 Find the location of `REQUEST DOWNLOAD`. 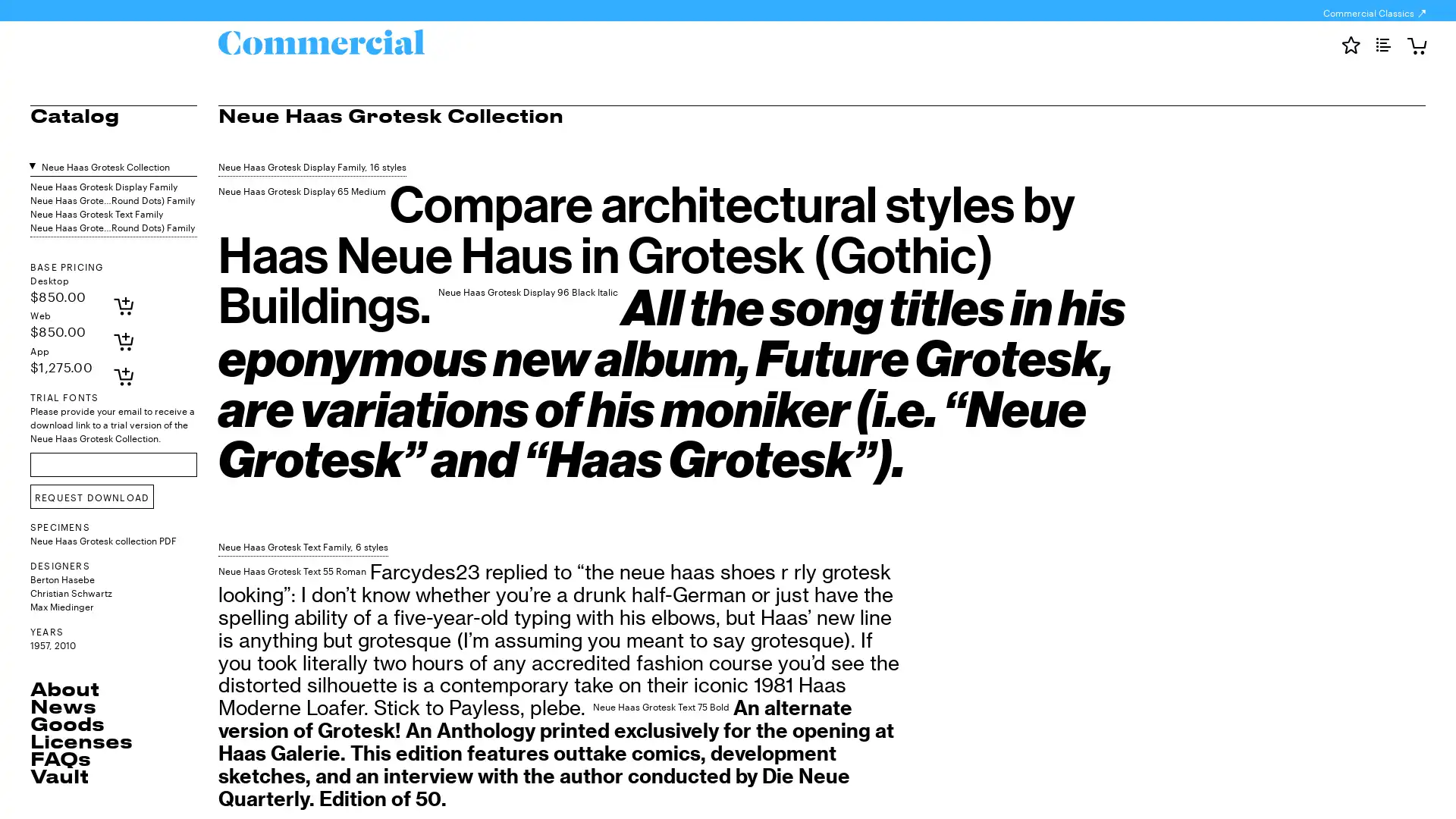

REQUEST DOWNLOAD is located at coordinates (91, 497).